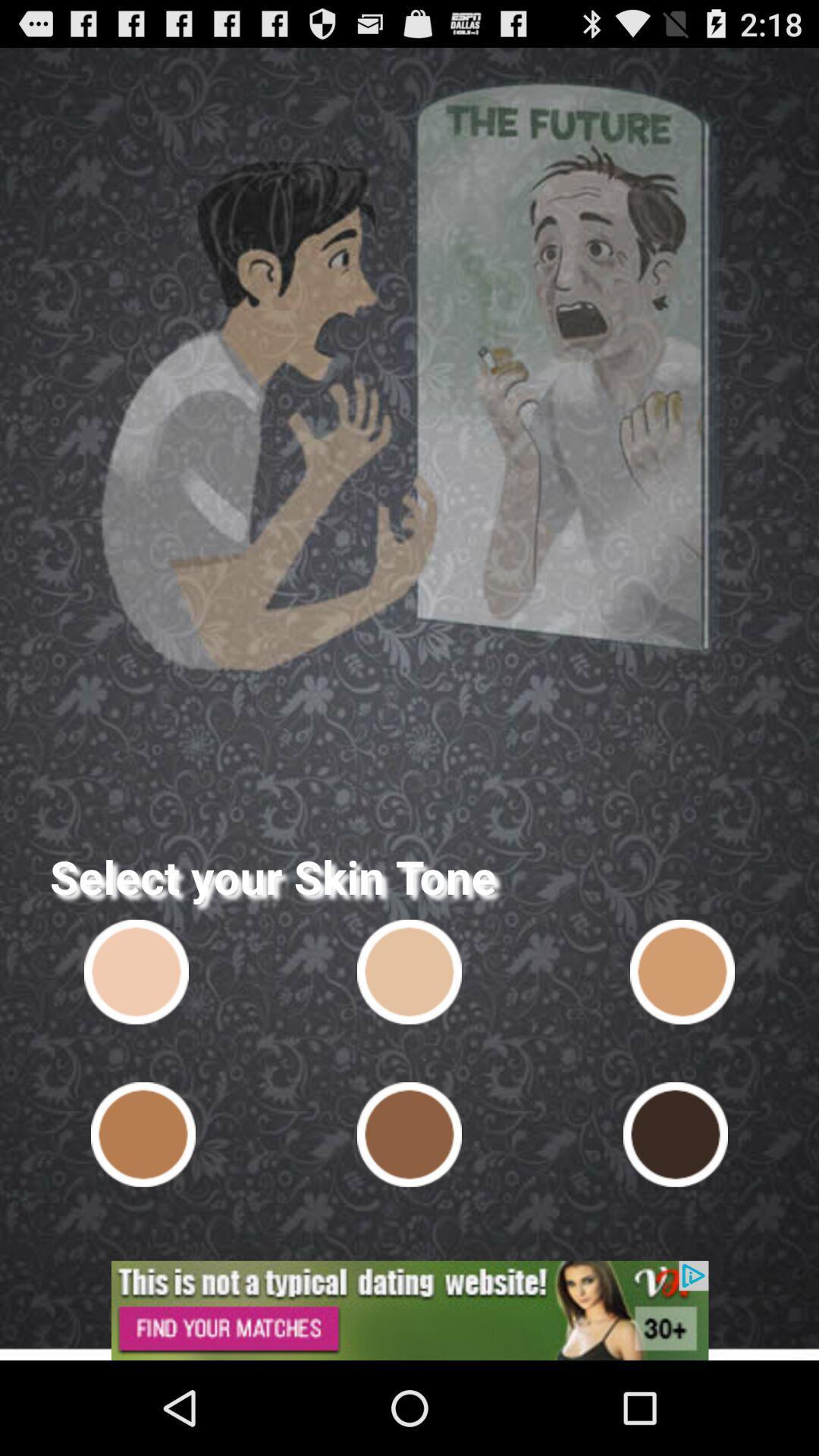 The height and width of the screenshot is (1456, 819). I want to click on skin tone, so click(409, 1134).